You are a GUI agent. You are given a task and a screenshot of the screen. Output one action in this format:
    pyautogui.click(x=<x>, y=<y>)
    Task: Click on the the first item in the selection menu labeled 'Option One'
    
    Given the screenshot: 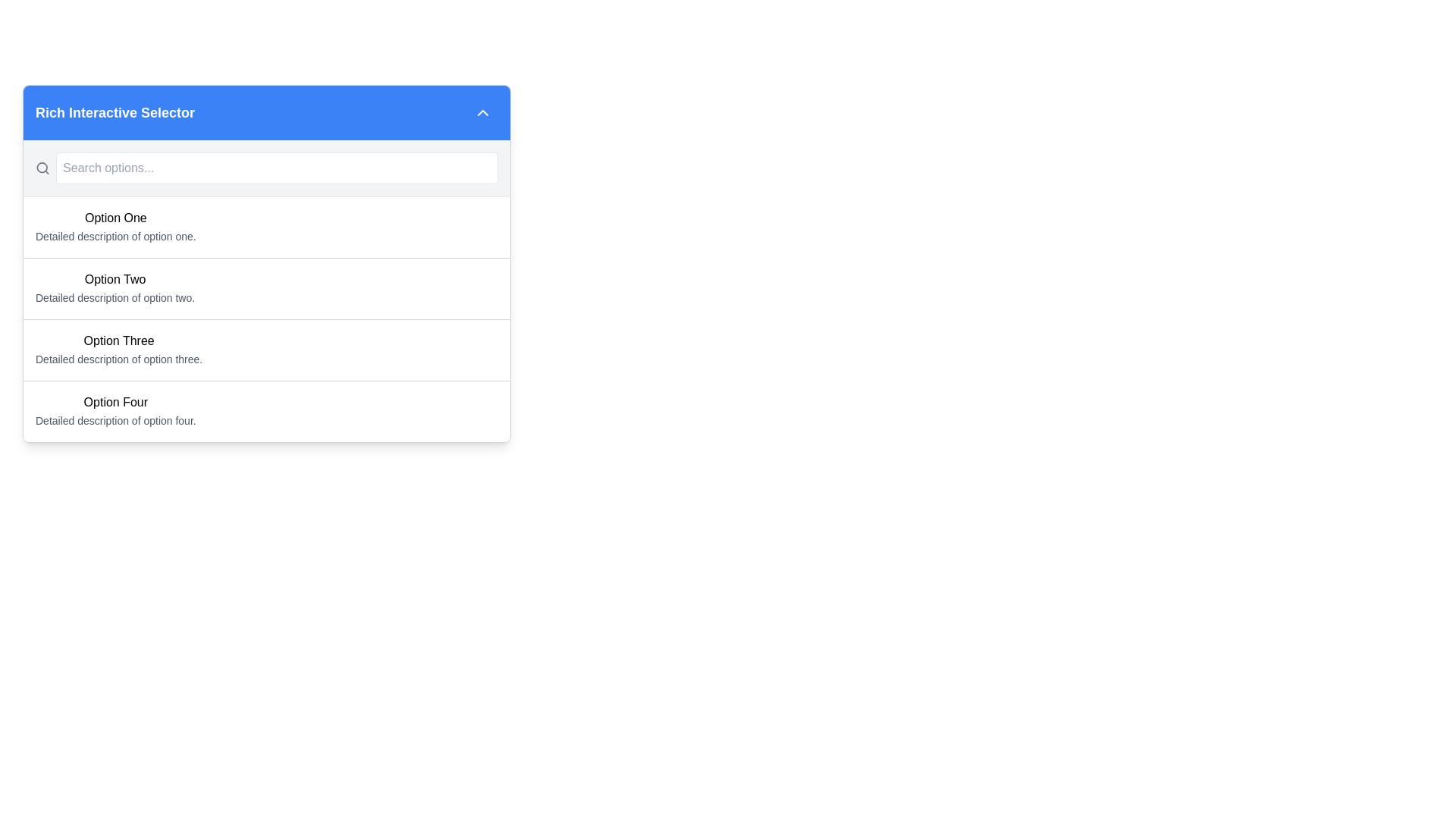 What is the action you would take?
    pyautogui.click(x=115, y=227)
    